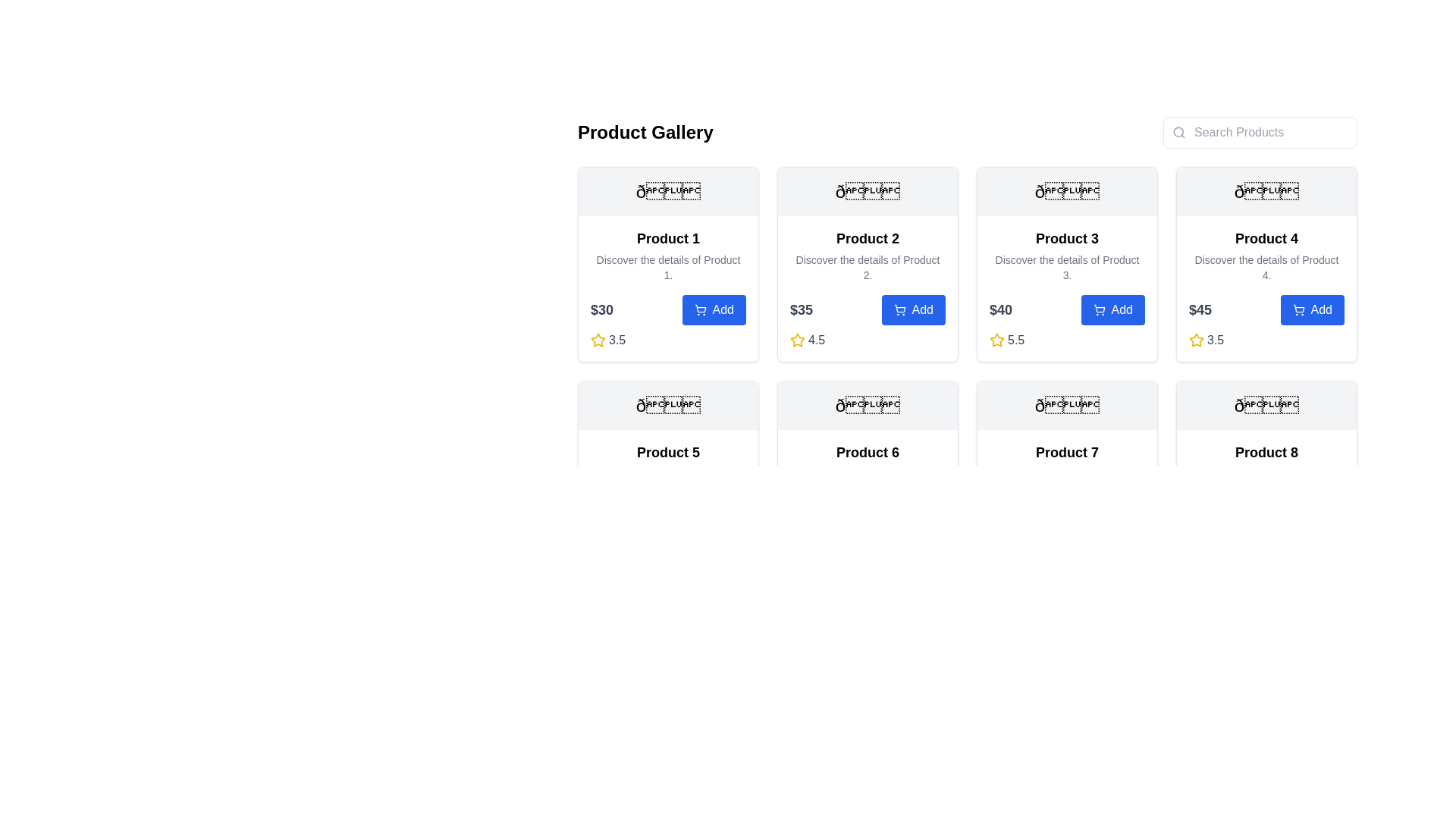 The width and height of the screenshot is (1456, 819). Describe the element at coordinates (1066, 339) in the screenshot. I see `the Rating display for 'Product 3' that shows a score of '5.5', located below the main product information and to the left of the 'Add' button` at that location.